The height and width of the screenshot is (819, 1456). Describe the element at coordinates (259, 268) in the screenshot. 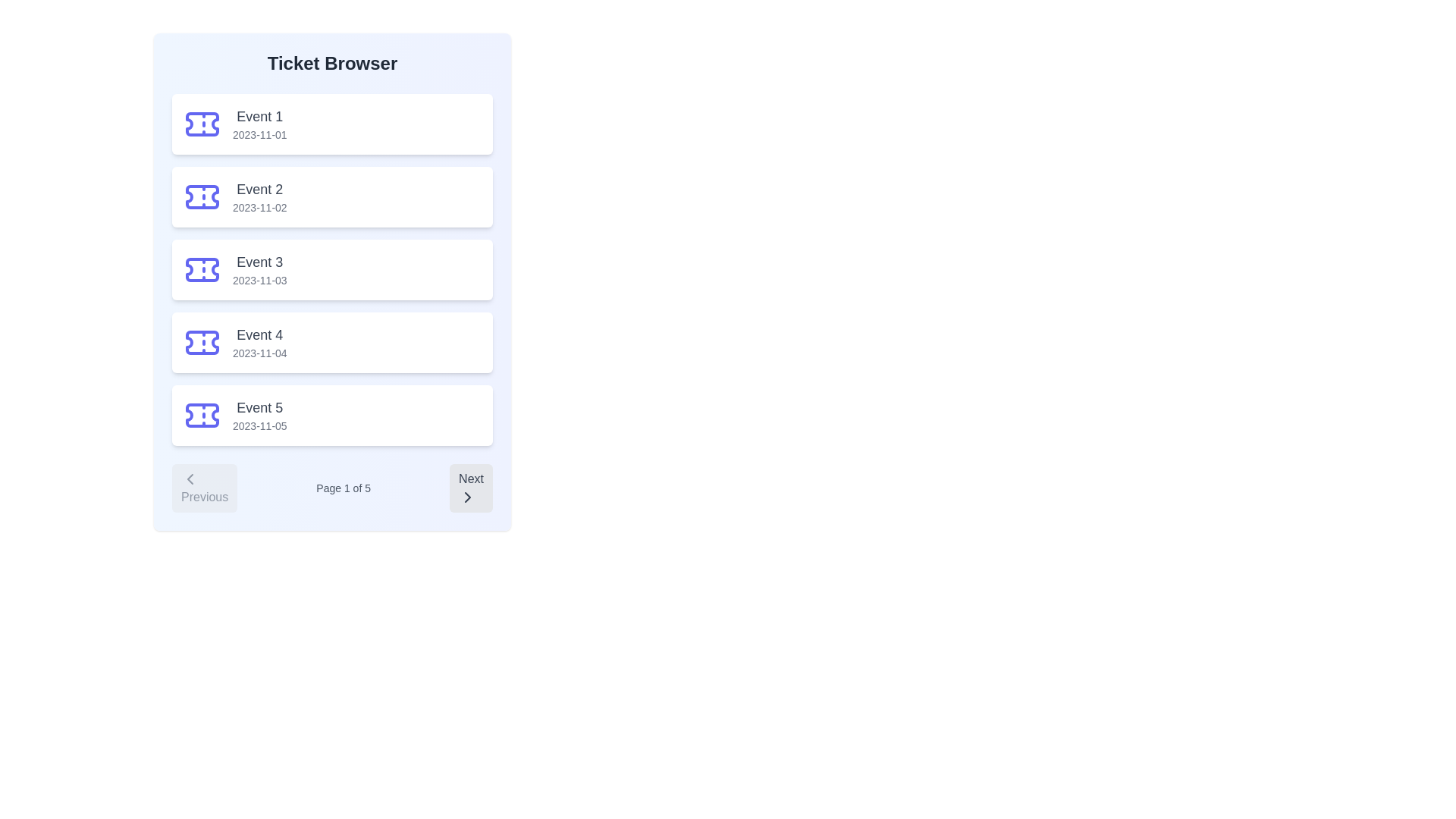

I see `the text block displaying 'Event 3' with the date '2023-11-03', which is the third item in a vertical list of events` at that location.